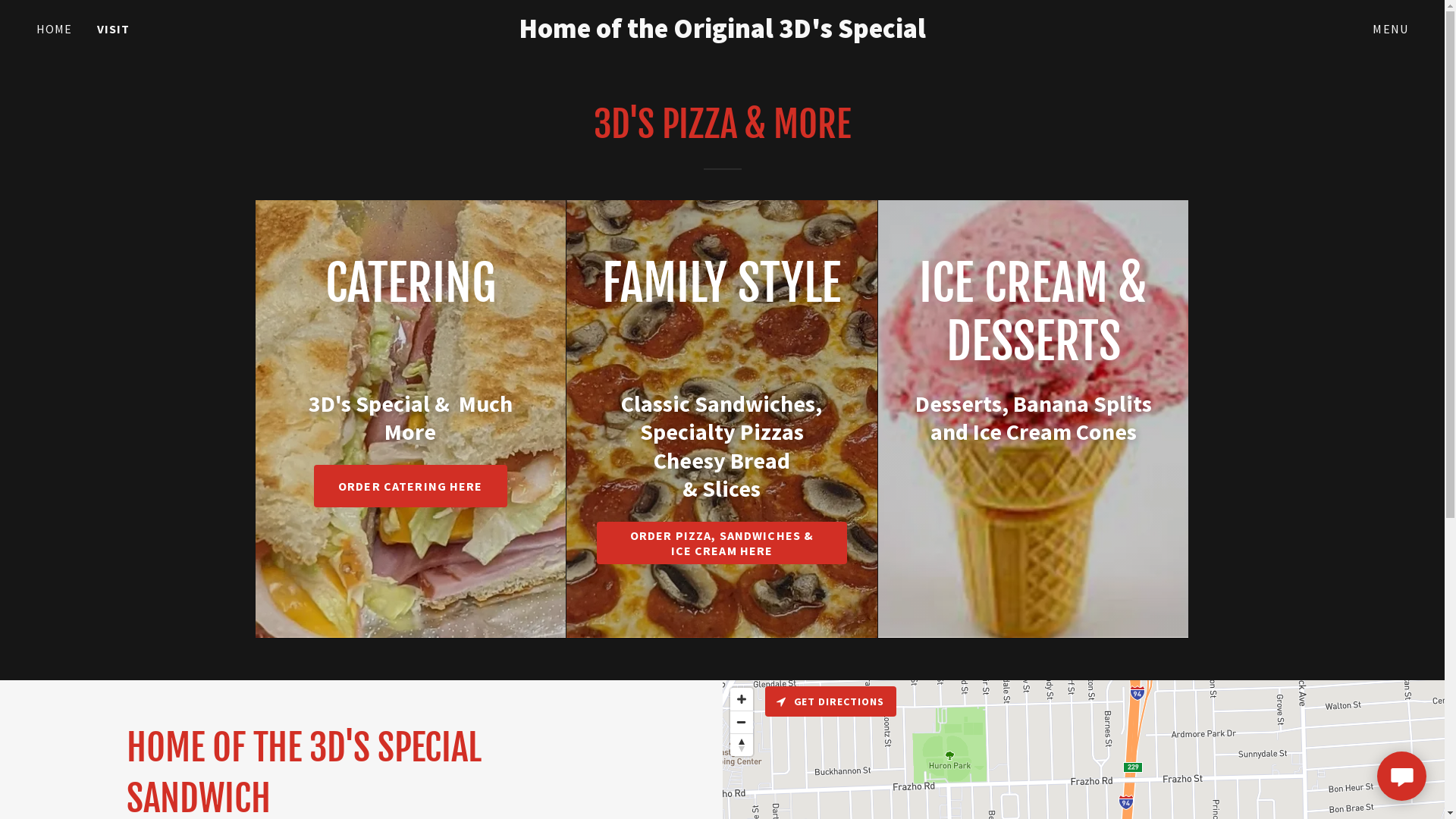 Image resolution: width=1456 pixels, height=819 pixels. I want to click on 'Home of the Original 3D's Special', so click(494, 33).